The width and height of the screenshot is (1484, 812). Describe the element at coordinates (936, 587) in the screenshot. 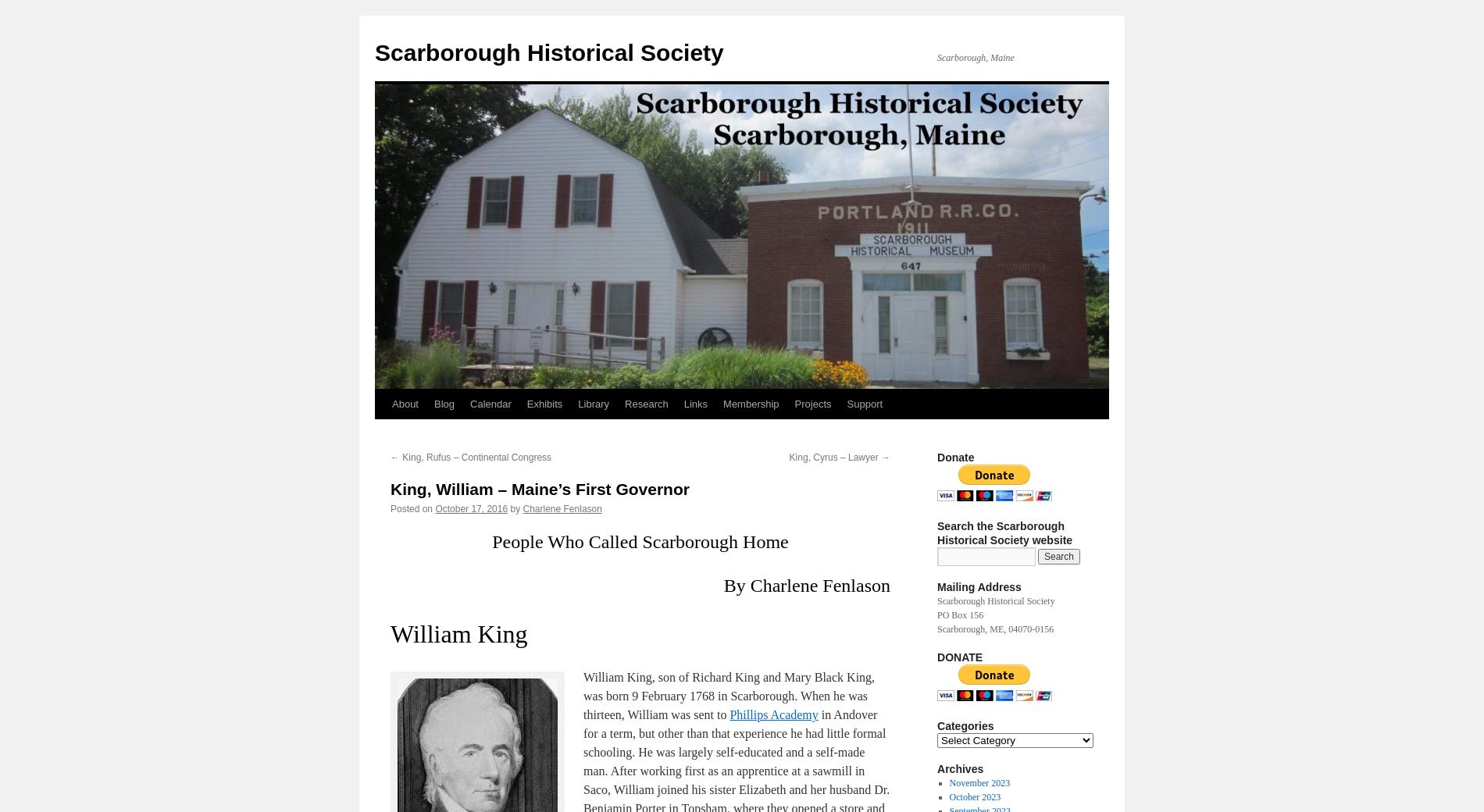

I see `'Mailing Address'` at that location.